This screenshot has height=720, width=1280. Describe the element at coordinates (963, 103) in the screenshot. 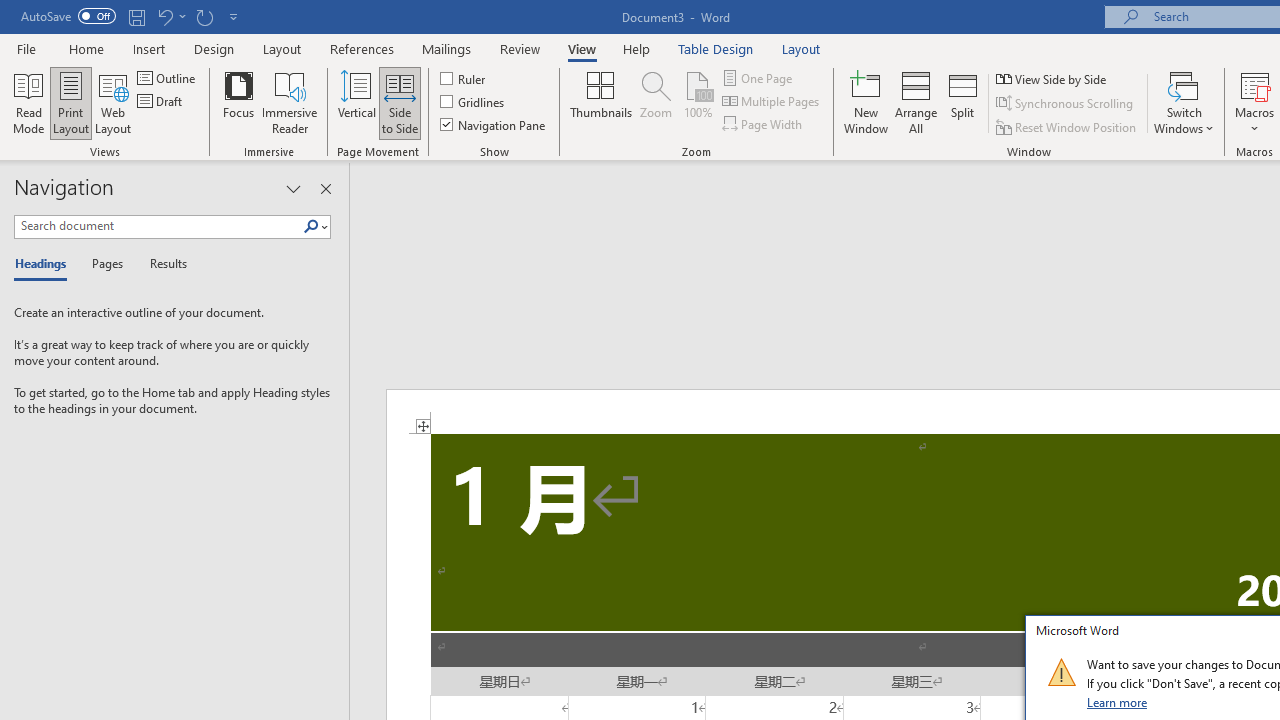

I see `'Split'` at that location.